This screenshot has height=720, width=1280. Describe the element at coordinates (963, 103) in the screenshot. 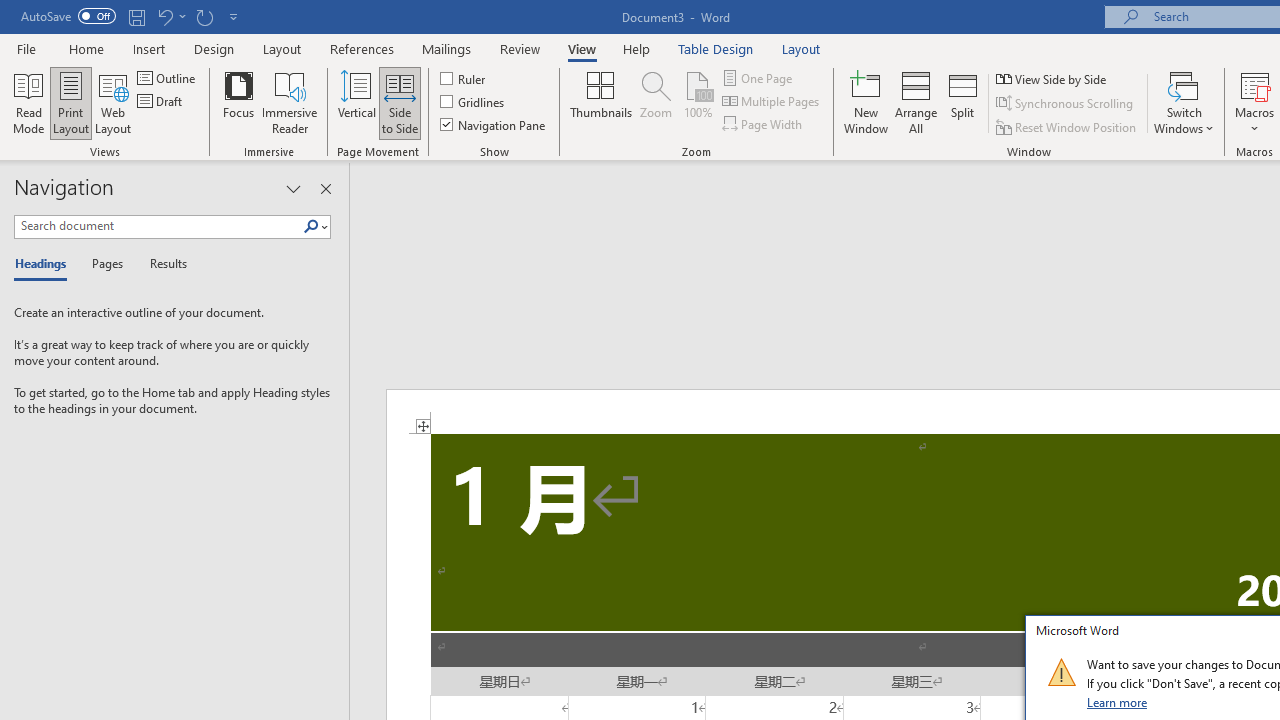

I see `'Split'` at that location.